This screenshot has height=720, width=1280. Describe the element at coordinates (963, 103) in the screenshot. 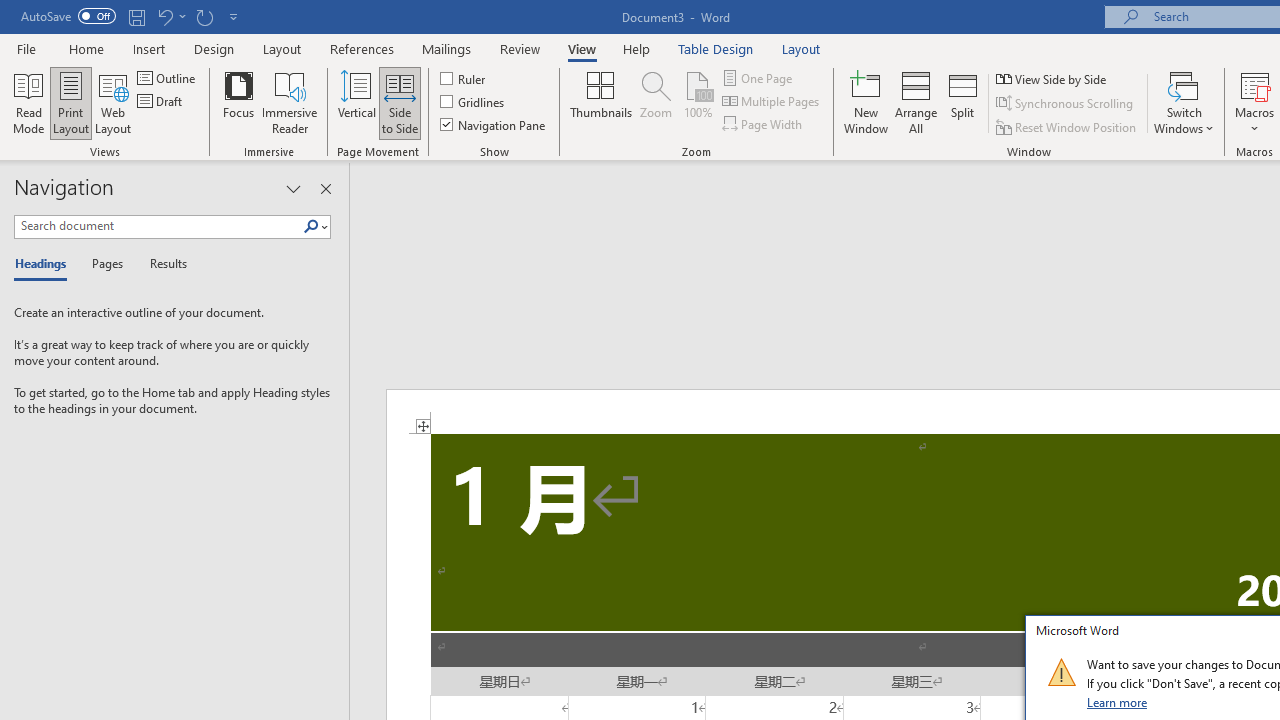

I see `'Split'` at that location.